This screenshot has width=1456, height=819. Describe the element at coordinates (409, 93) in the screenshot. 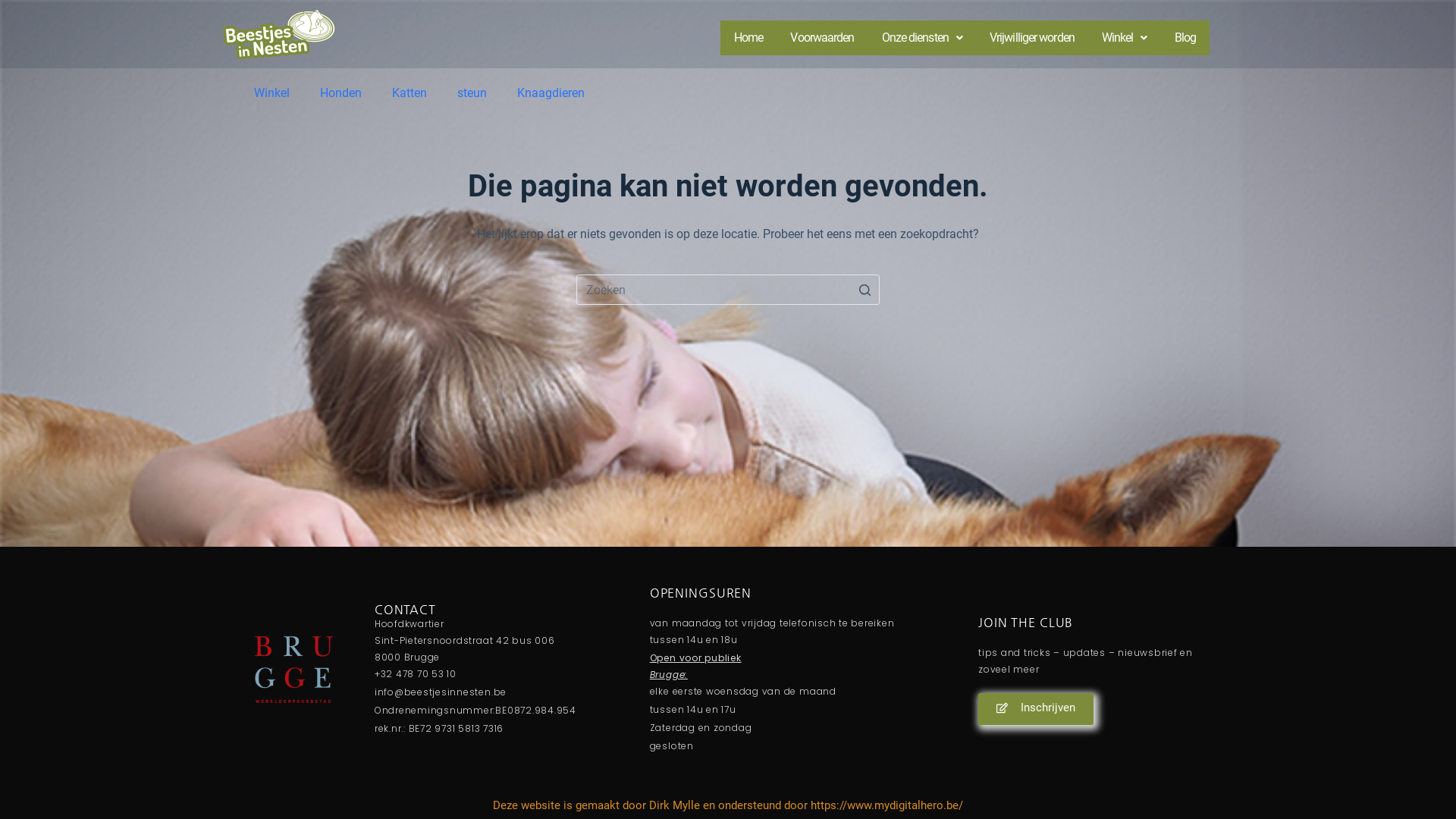

I see `'Katten'` at that location.